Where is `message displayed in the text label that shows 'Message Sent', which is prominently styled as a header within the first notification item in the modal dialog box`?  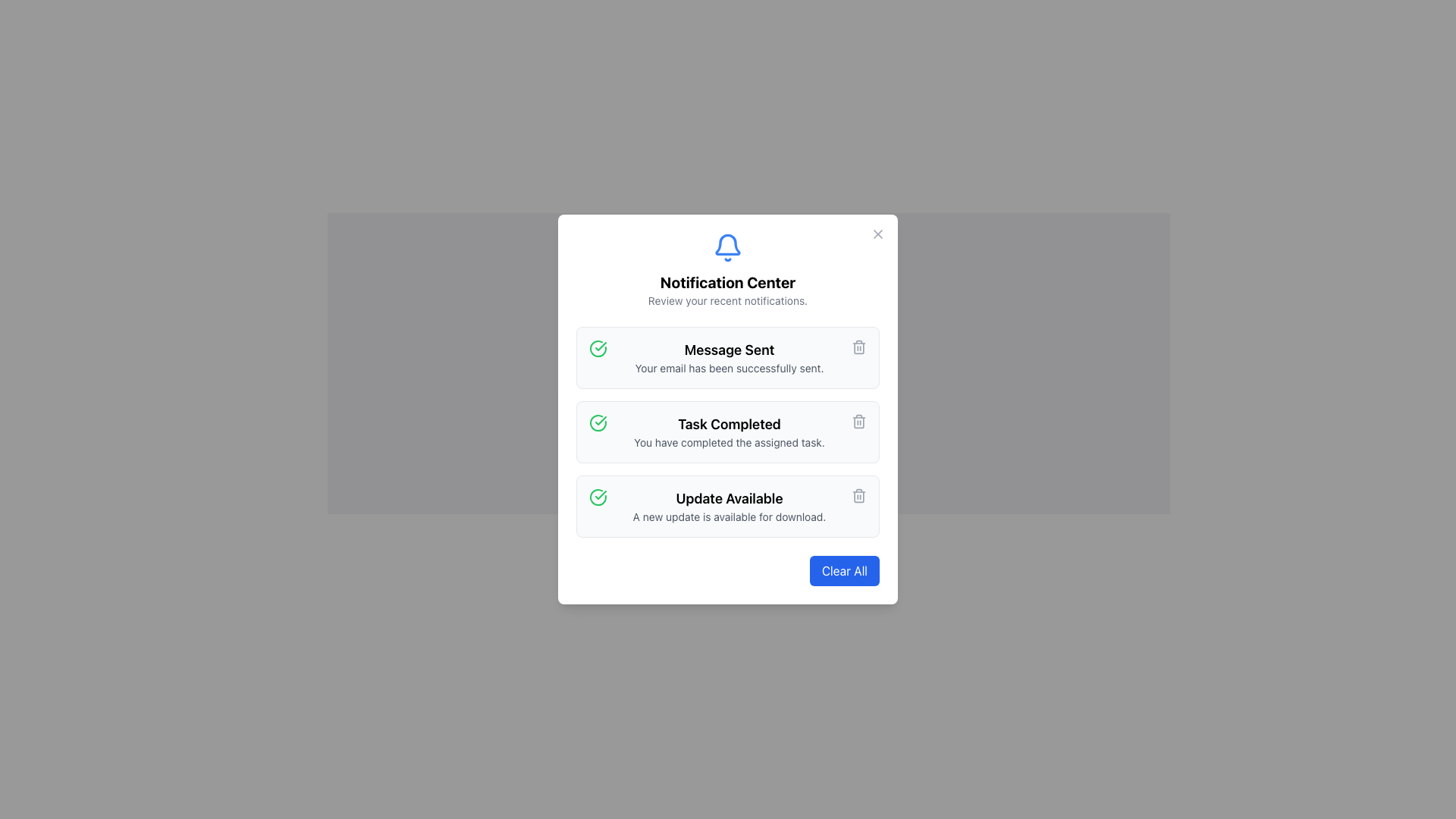
message displayed in the text label that shows 'Message Sent', which is prominently styled as a header within the first notification item in the modal dialog box is located at coordinates (729, 350).